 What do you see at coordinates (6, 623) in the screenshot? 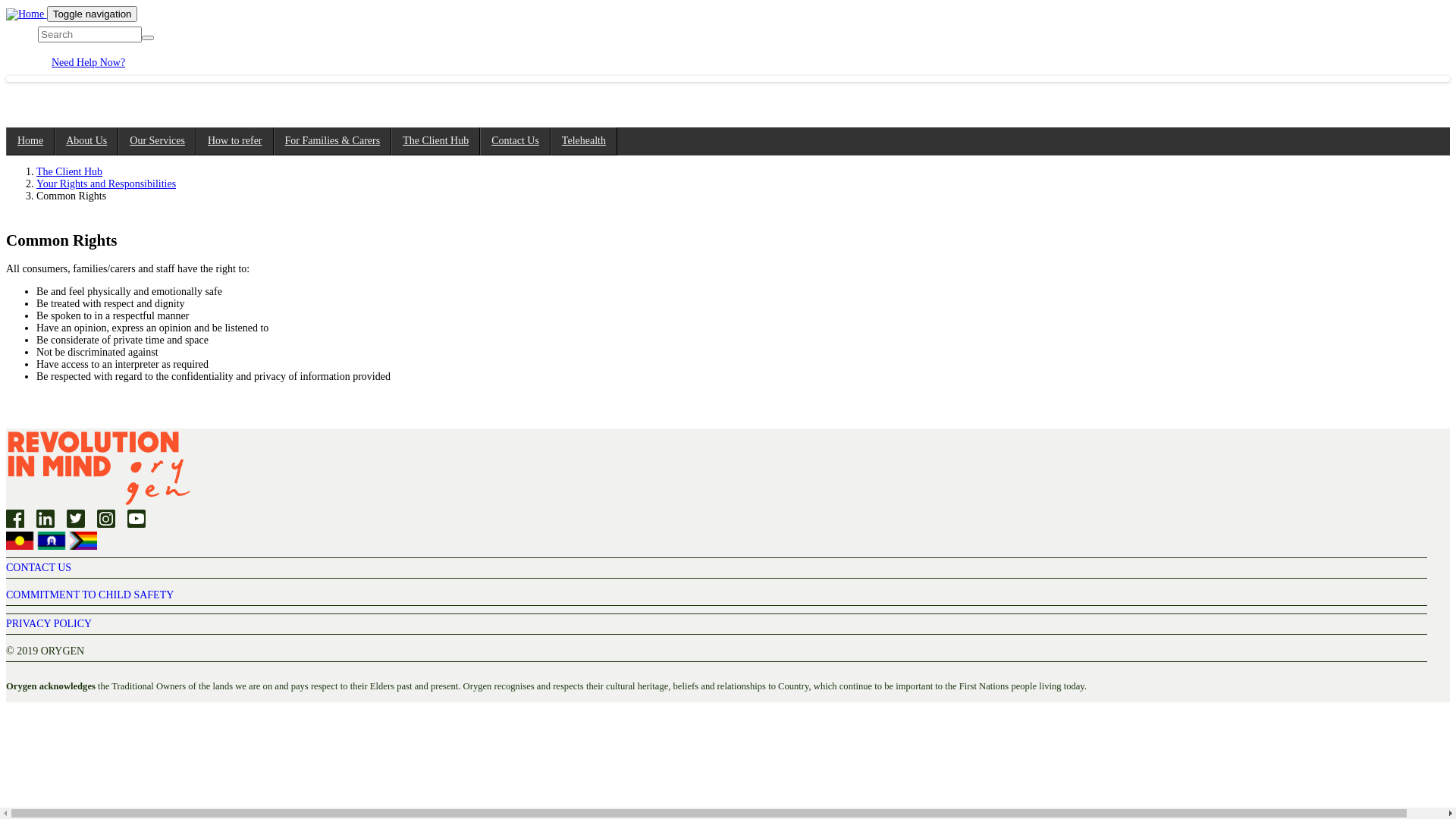
I see `'PRIVACY POLICY'` at bounding box center [6, 623].